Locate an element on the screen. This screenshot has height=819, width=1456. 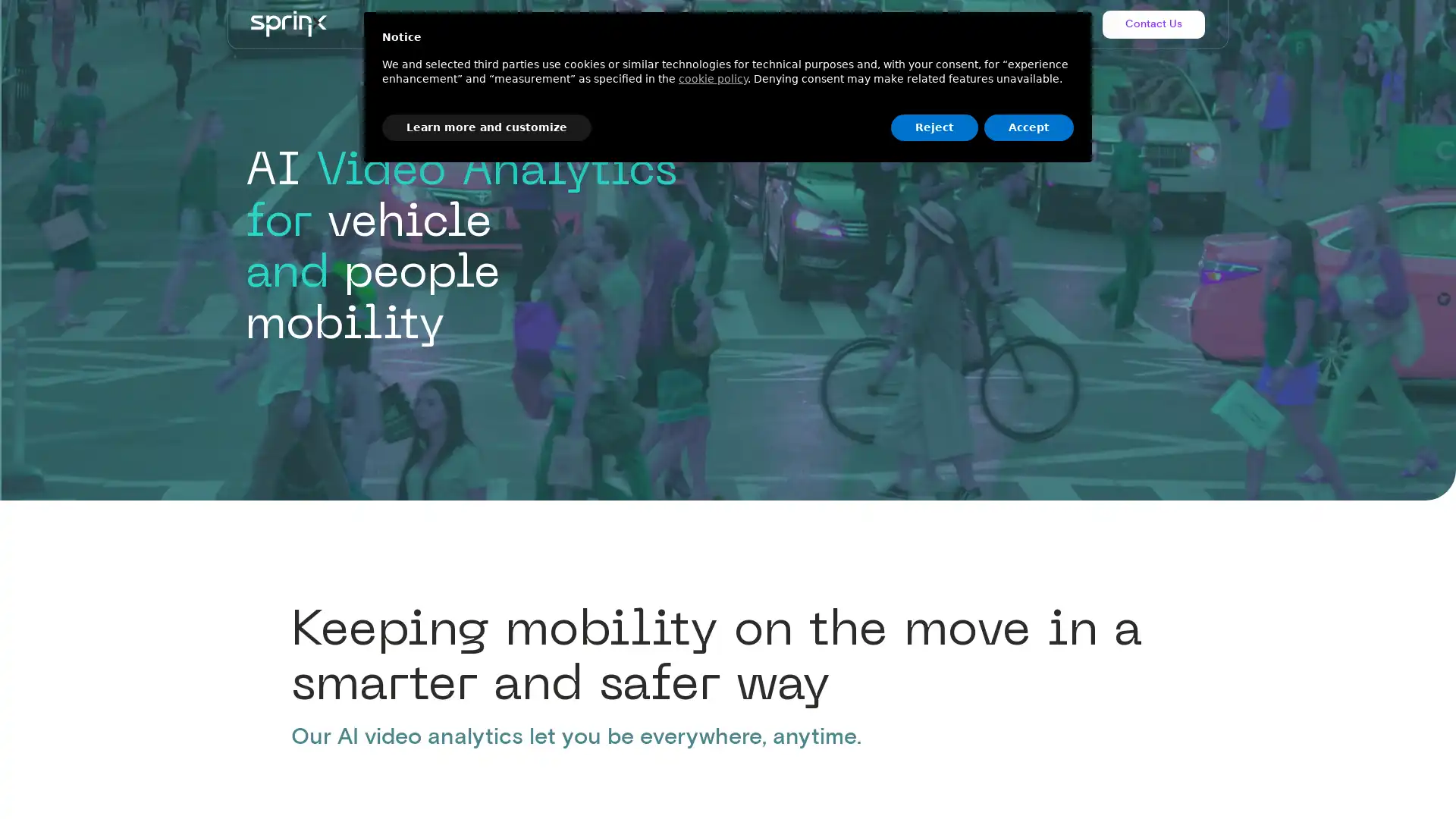
Learn more and customize is located at coordinates (487, 127).